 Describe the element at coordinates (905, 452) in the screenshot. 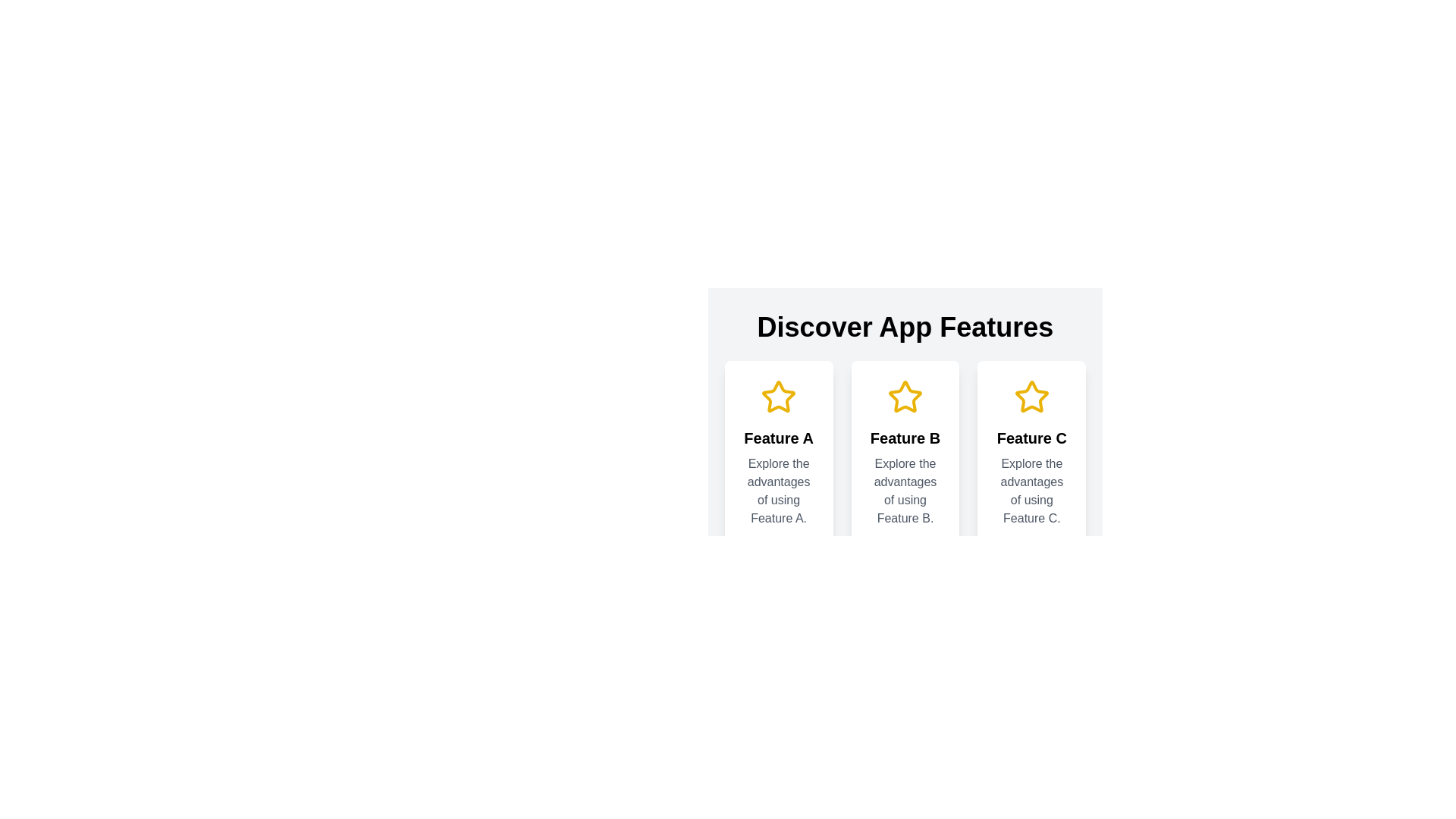

I see `the second feature card in the grid of three feature cards, which contains the heading 'Feature B', an icon of a star above it, and a description below` at that location.